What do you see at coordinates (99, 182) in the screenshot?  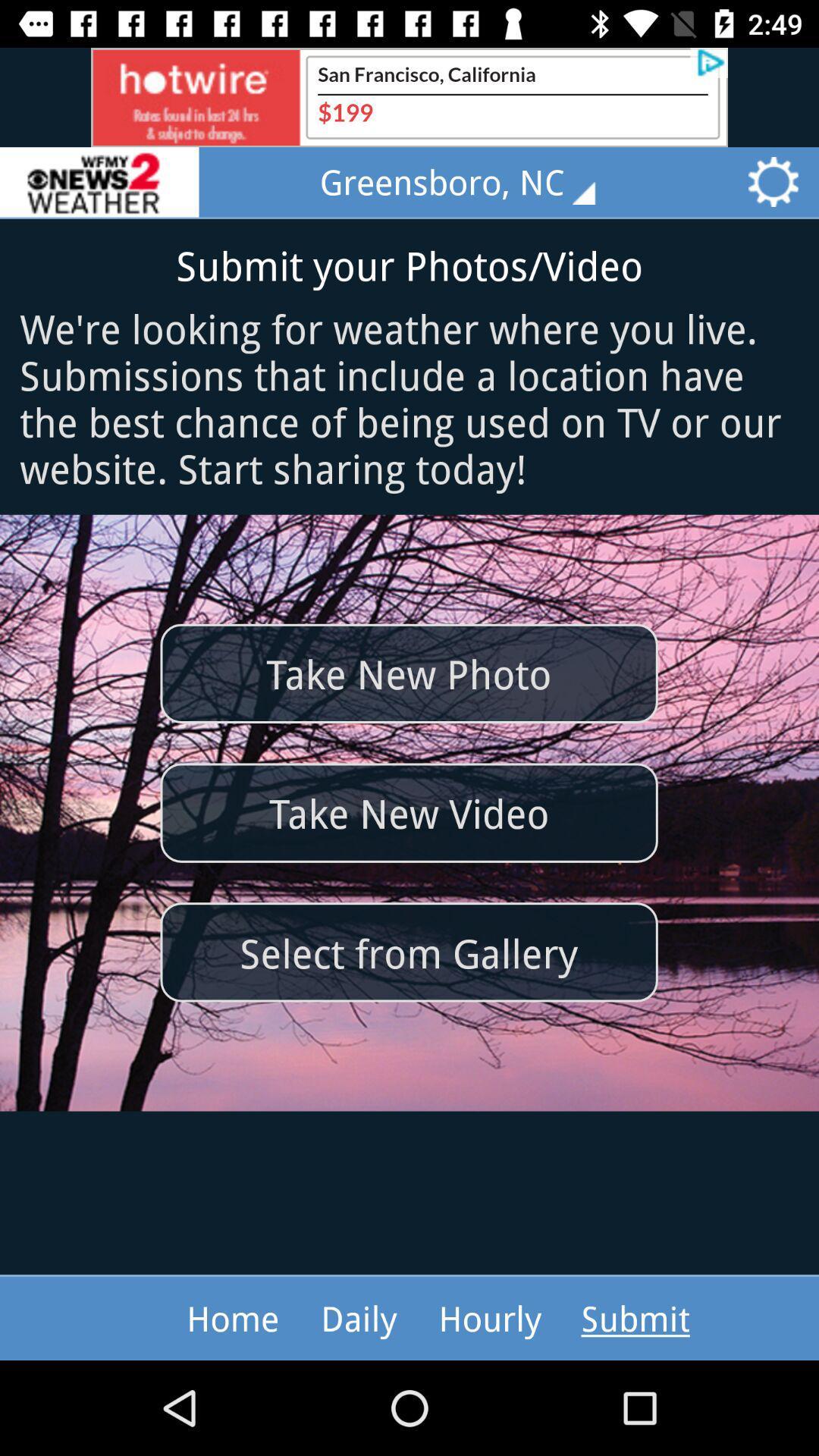 I see `weather news` at bounding box center [99, 182].